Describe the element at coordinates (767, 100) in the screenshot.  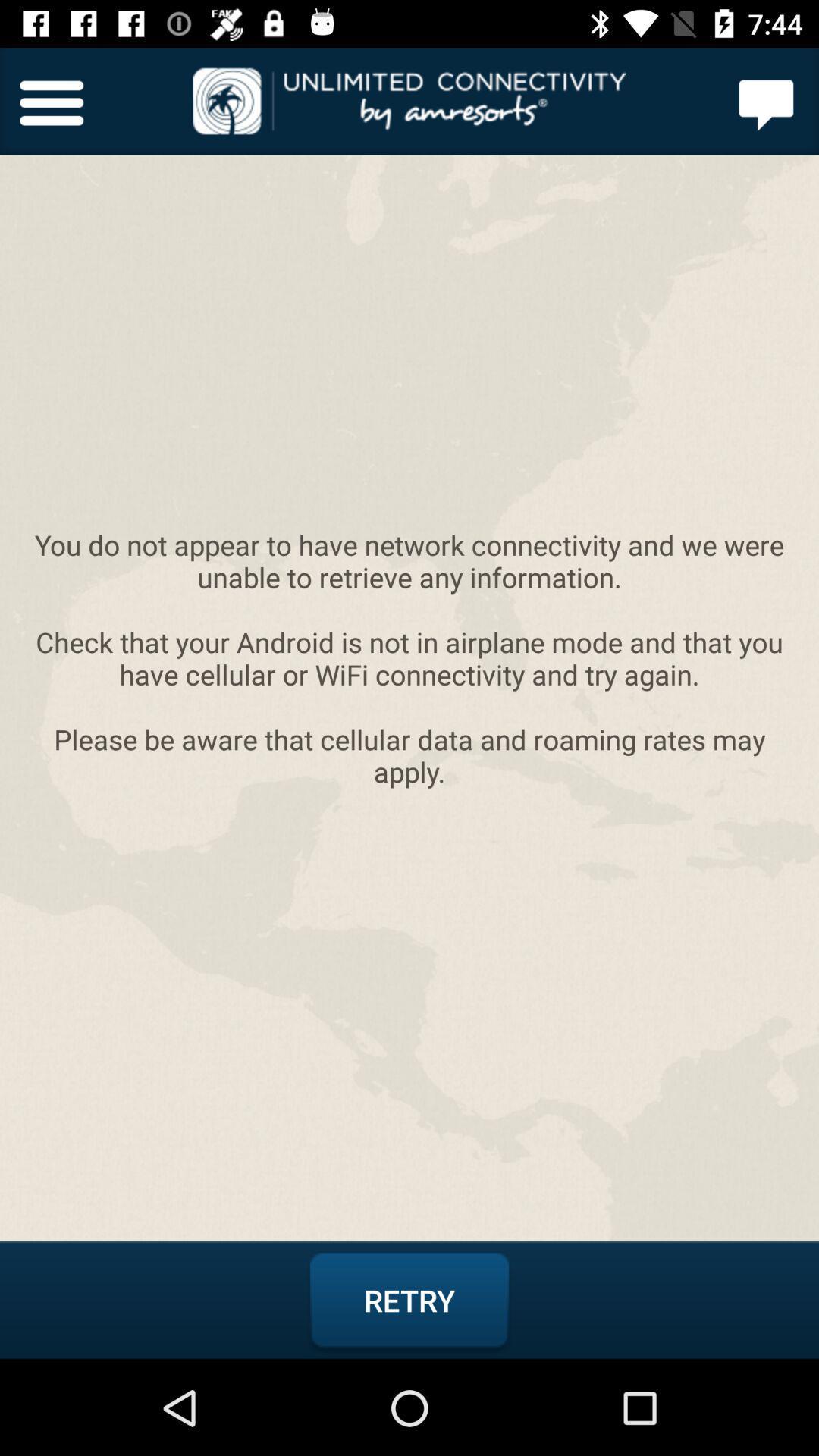
I see `the chat icon` at that location.